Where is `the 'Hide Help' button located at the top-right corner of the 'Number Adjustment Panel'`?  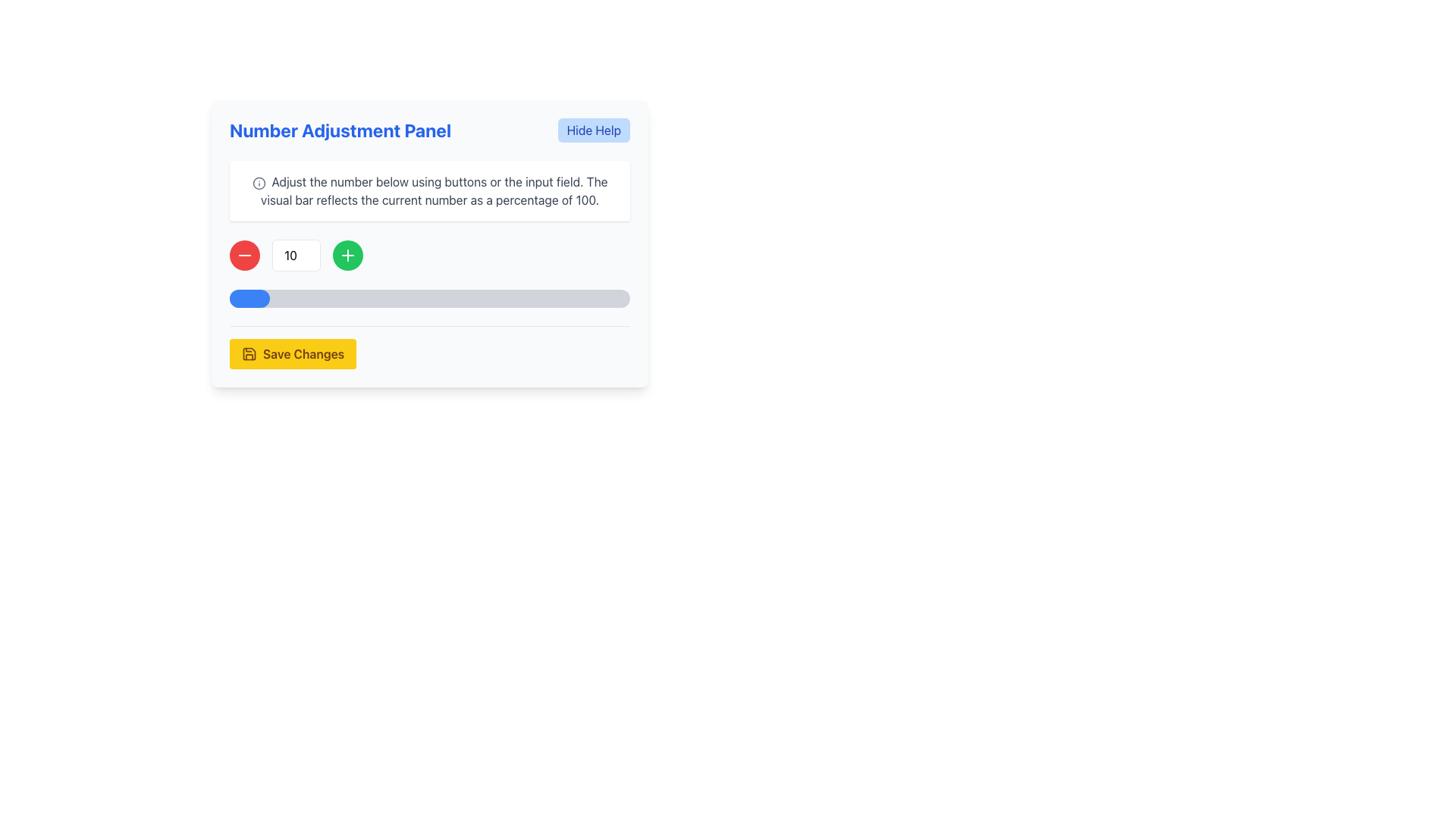
the 'Hide Help' button located at the top-right corner of the 'Number Adjustment Panel' is located at coordinates (593, 130).